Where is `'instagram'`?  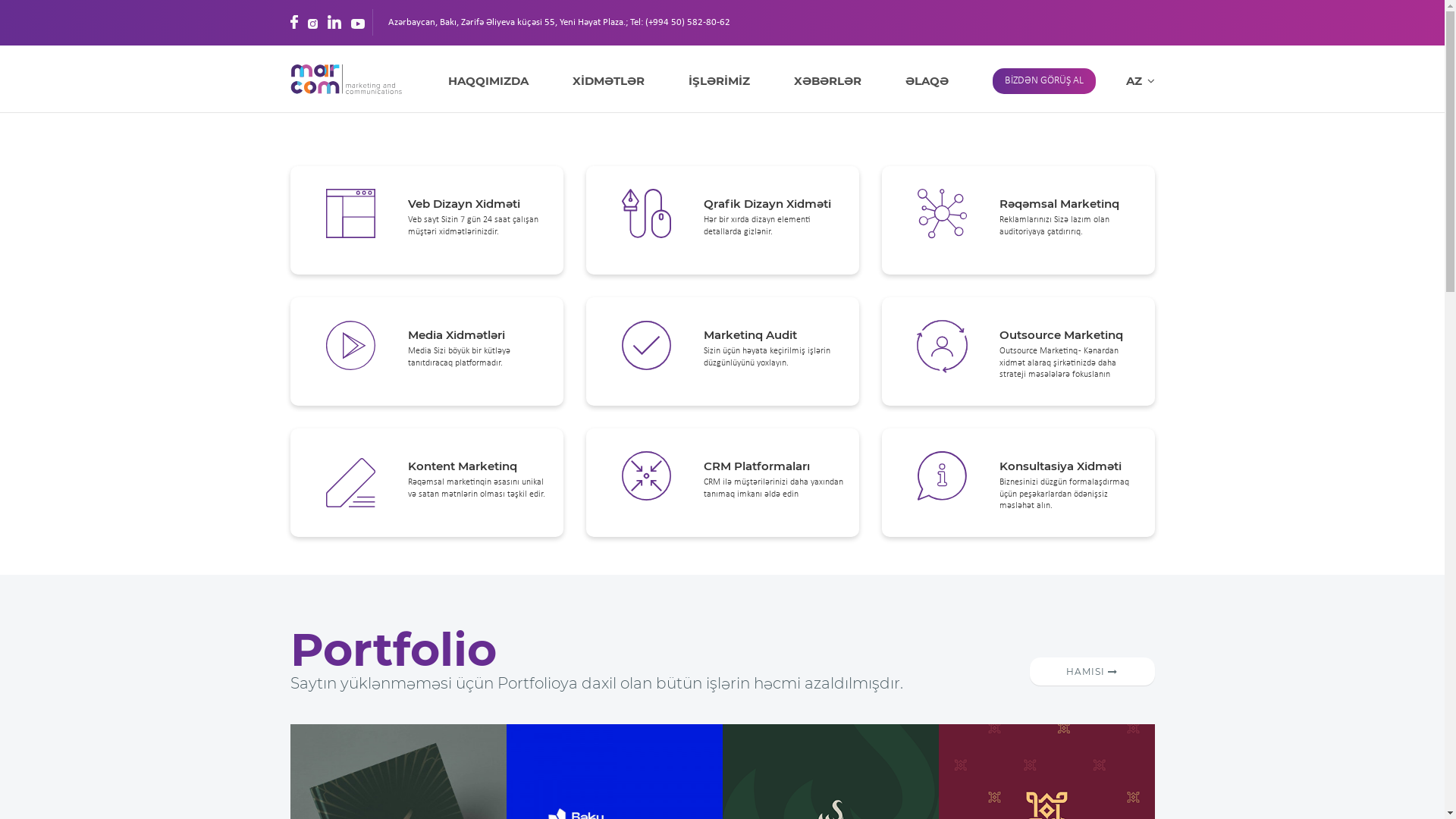
'instagram' is located at coordinates (312, 22).